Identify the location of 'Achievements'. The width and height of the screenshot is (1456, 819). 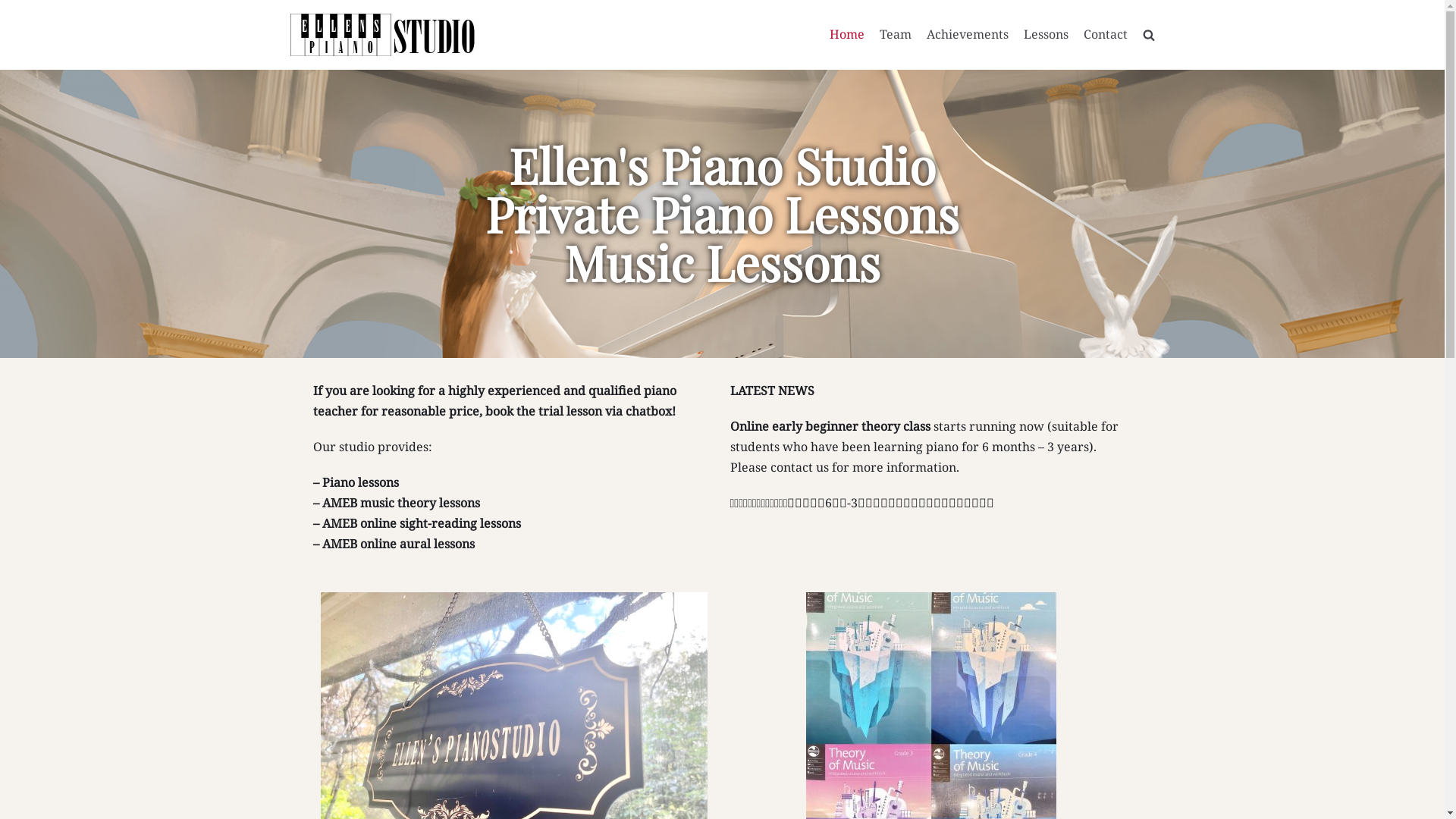
(926, 34).